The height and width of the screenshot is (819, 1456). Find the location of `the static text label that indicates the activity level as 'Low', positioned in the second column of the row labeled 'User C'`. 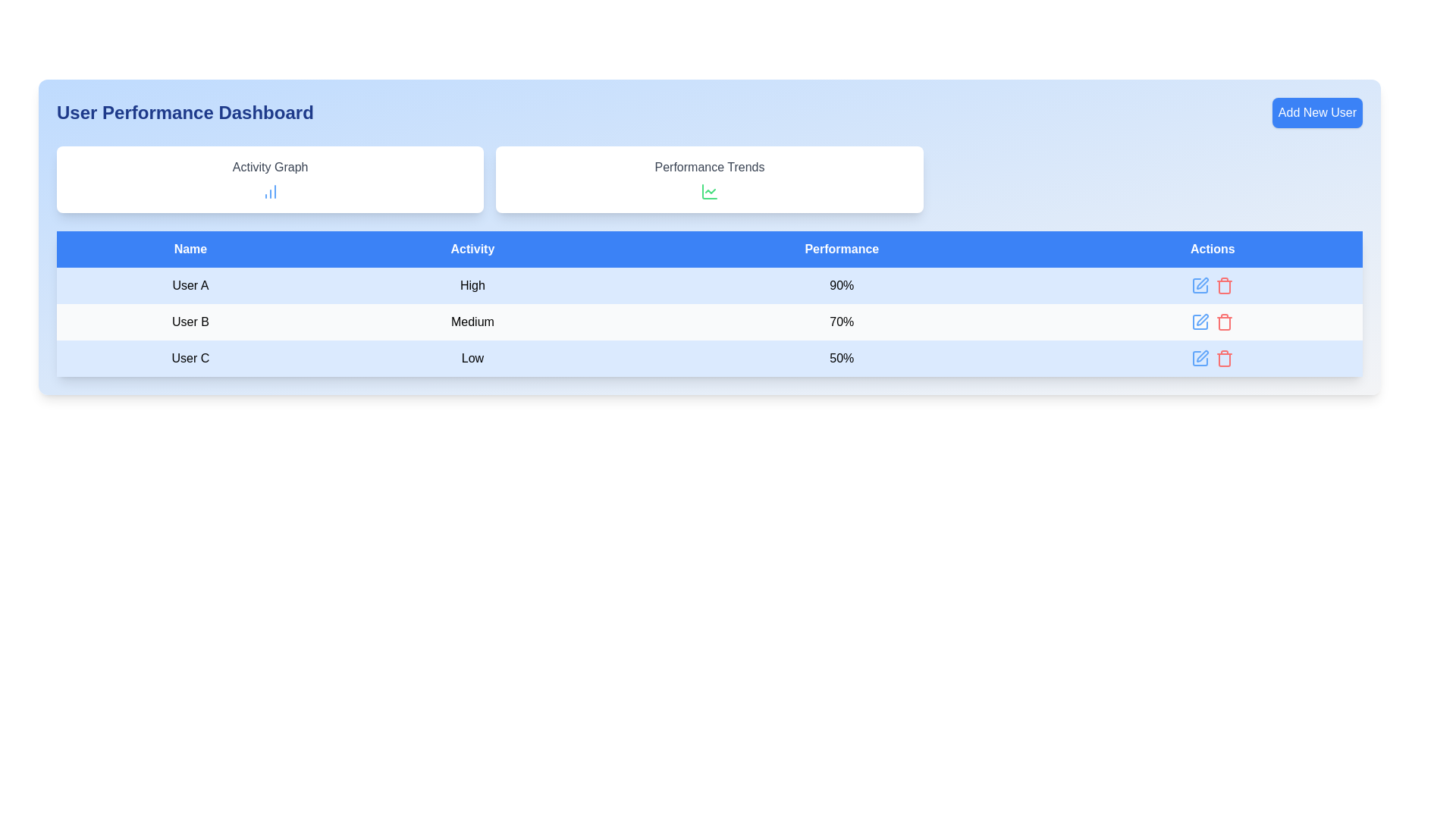

the static text label that indicates the activity level as 'Low', positioned in the second column of the row labeled 'User C' is located at coordinates (472, 359).